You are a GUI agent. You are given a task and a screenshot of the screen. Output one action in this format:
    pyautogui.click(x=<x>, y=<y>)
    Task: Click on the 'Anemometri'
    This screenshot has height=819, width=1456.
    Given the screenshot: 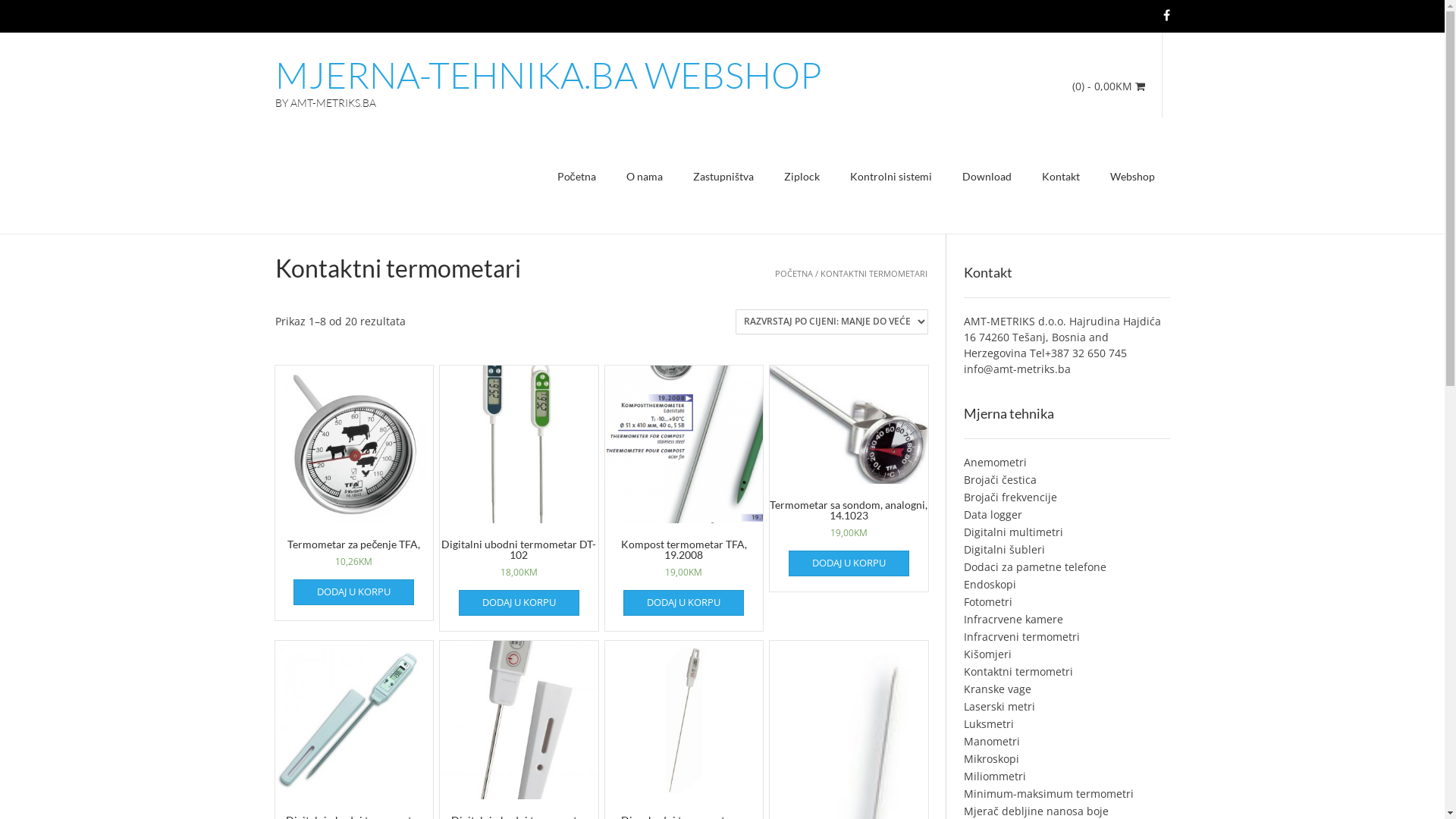 What is the action you would take?
    pyautogui.click(x=995, y=461)
    